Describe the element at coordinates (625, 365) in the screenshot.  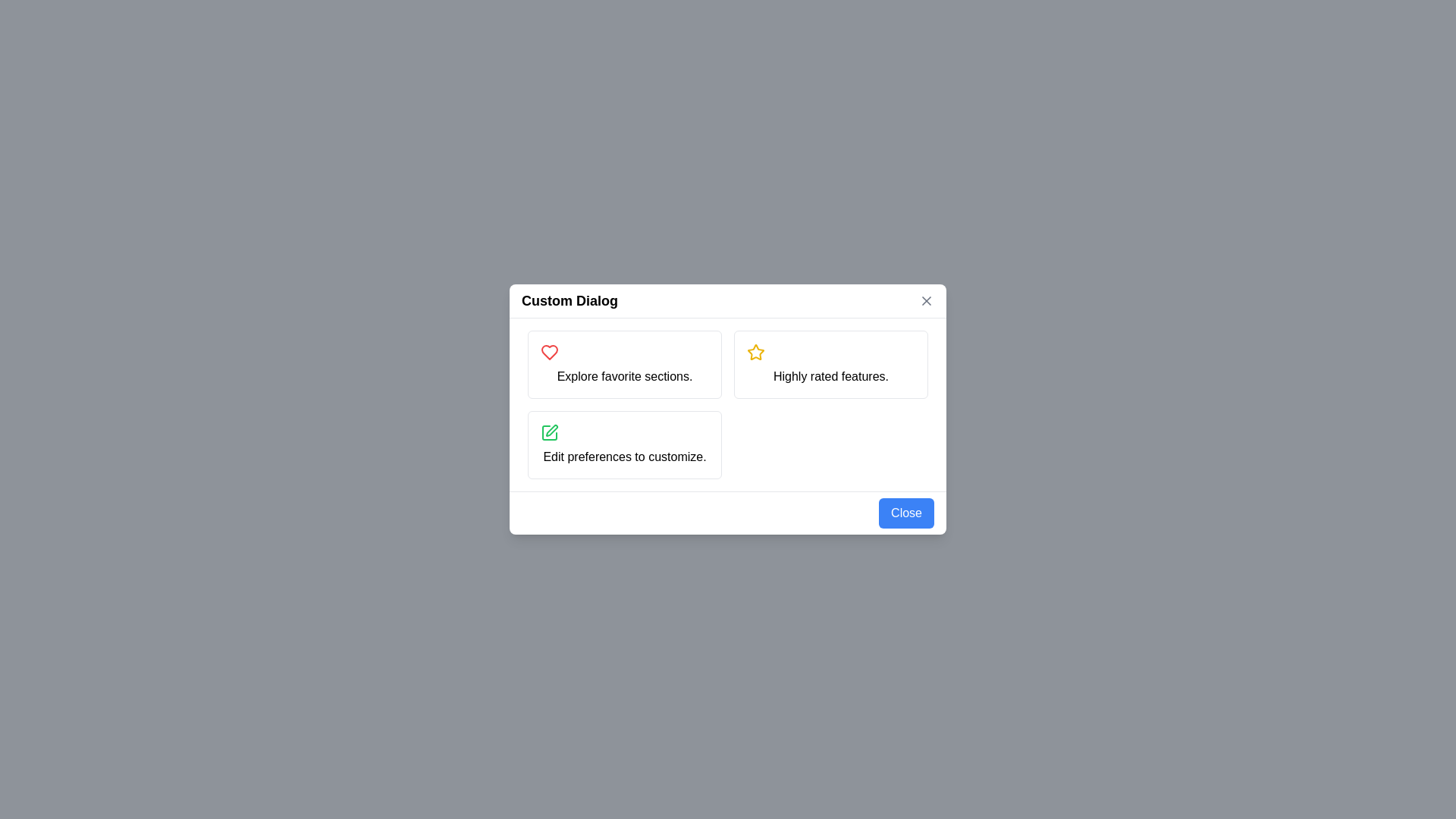
I see `or select the Informational card with a white background, light gray border, and a red heart icon at the top-left corner, containing the text 'Explore favorite sections.'` at that location.